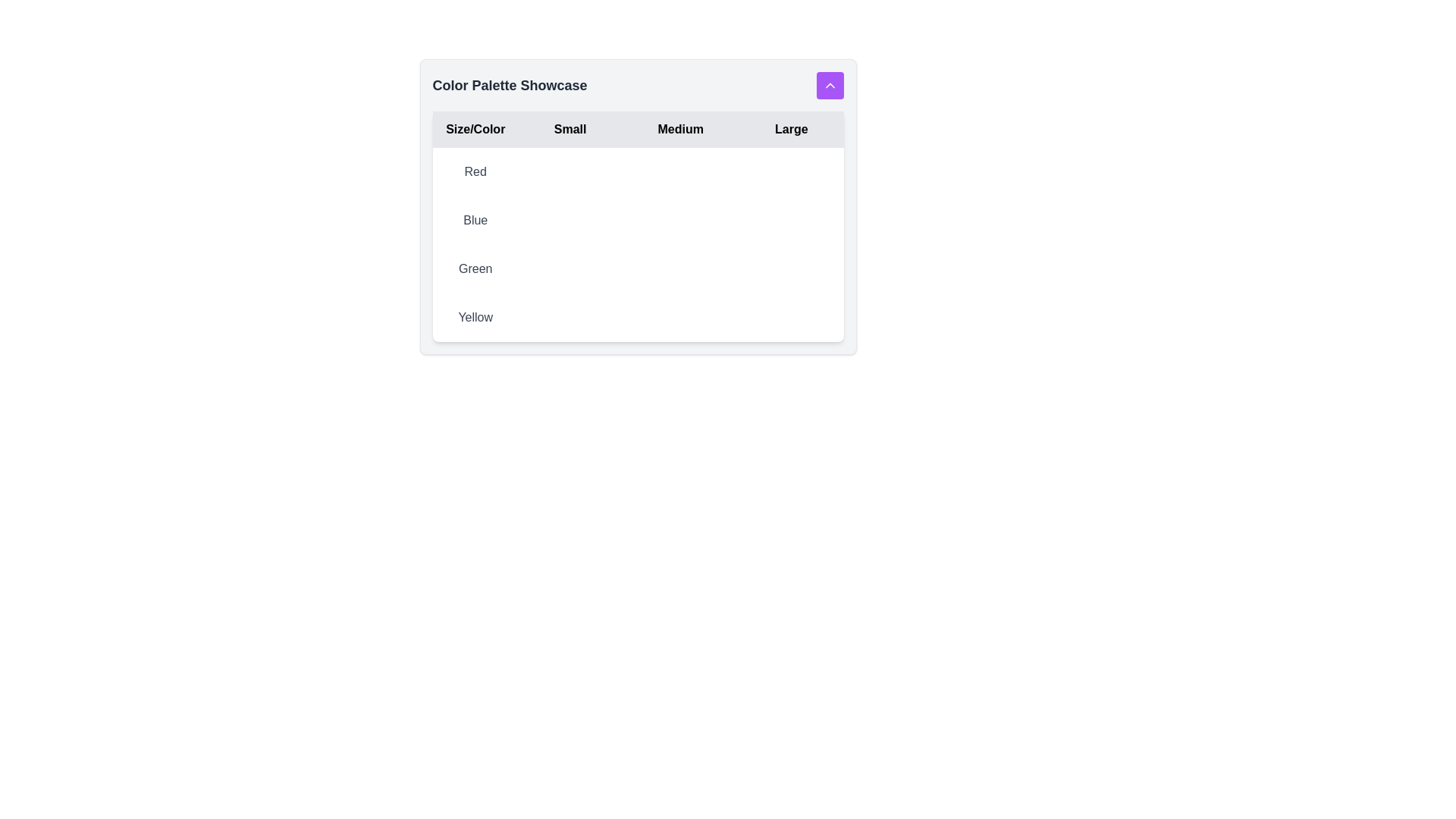  What do you see at coordinates (790, 220) in the screenshot?
I see `the inactive blue button labeled 'Code Large' that is the third button in the 'Blue' row` at bounding box center [790, 220].